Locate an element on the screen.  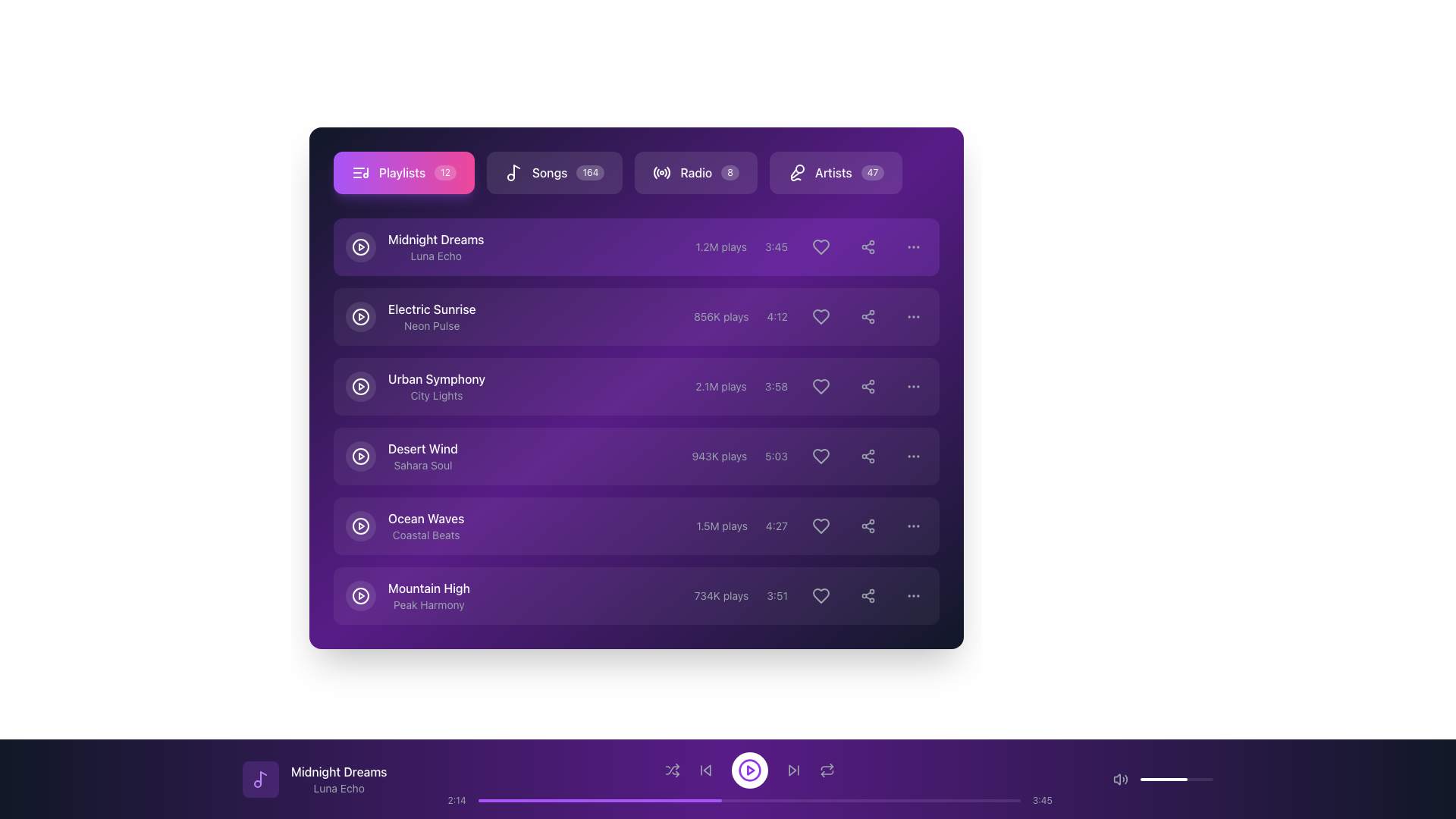
the progress indicator that visually indicates the current progress or completion level of the media playback, located in the bottom section of the music player's full-width progress bar is located at coordinates (599, 800).